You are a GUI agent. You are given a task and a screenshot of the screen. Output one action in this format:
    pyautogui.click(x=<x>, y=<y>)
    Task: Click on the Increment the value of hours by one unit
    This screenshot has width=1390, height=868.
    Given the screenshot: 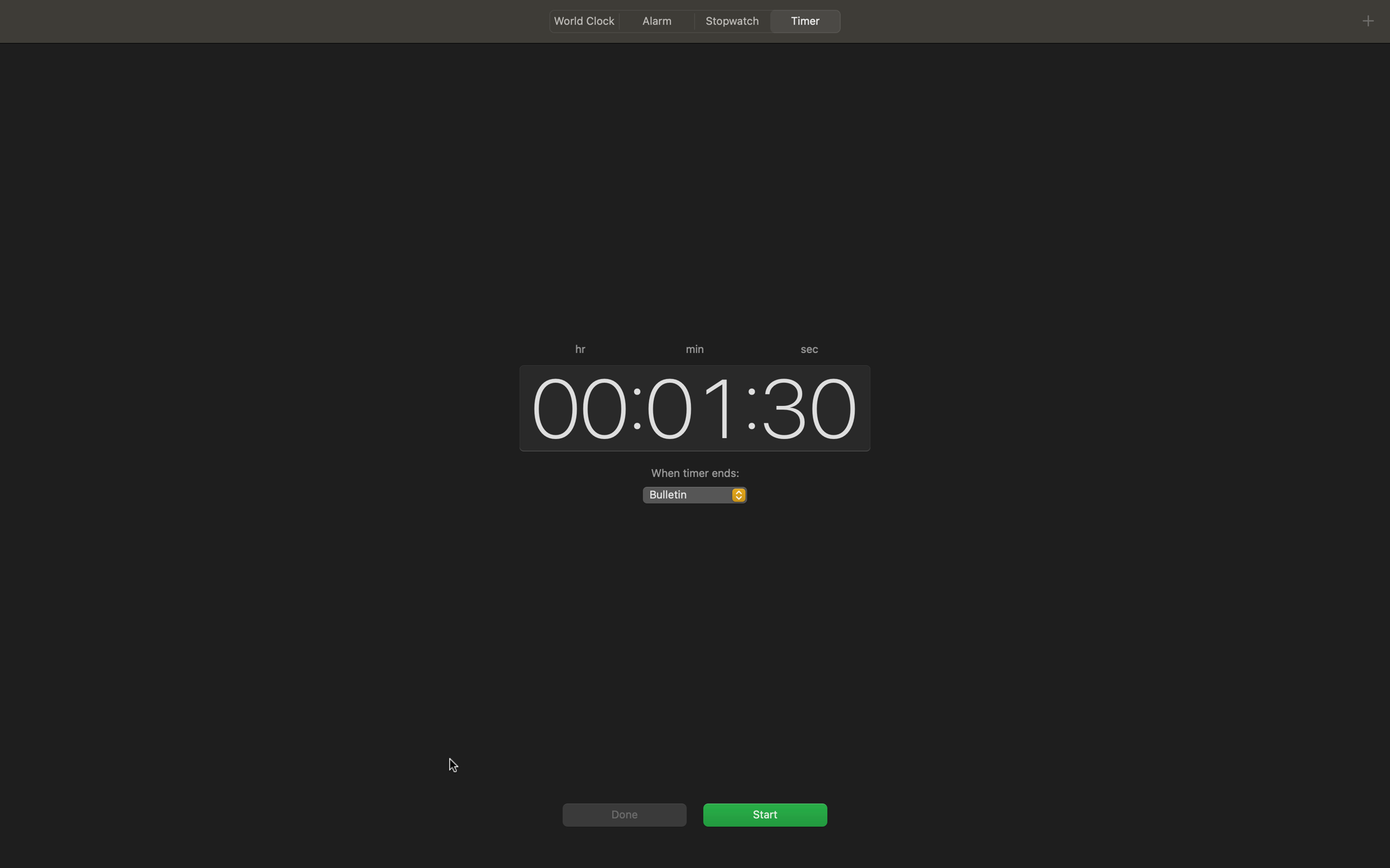 What is the action you would take?
    pyautogui.click(x=574, y=406)
    